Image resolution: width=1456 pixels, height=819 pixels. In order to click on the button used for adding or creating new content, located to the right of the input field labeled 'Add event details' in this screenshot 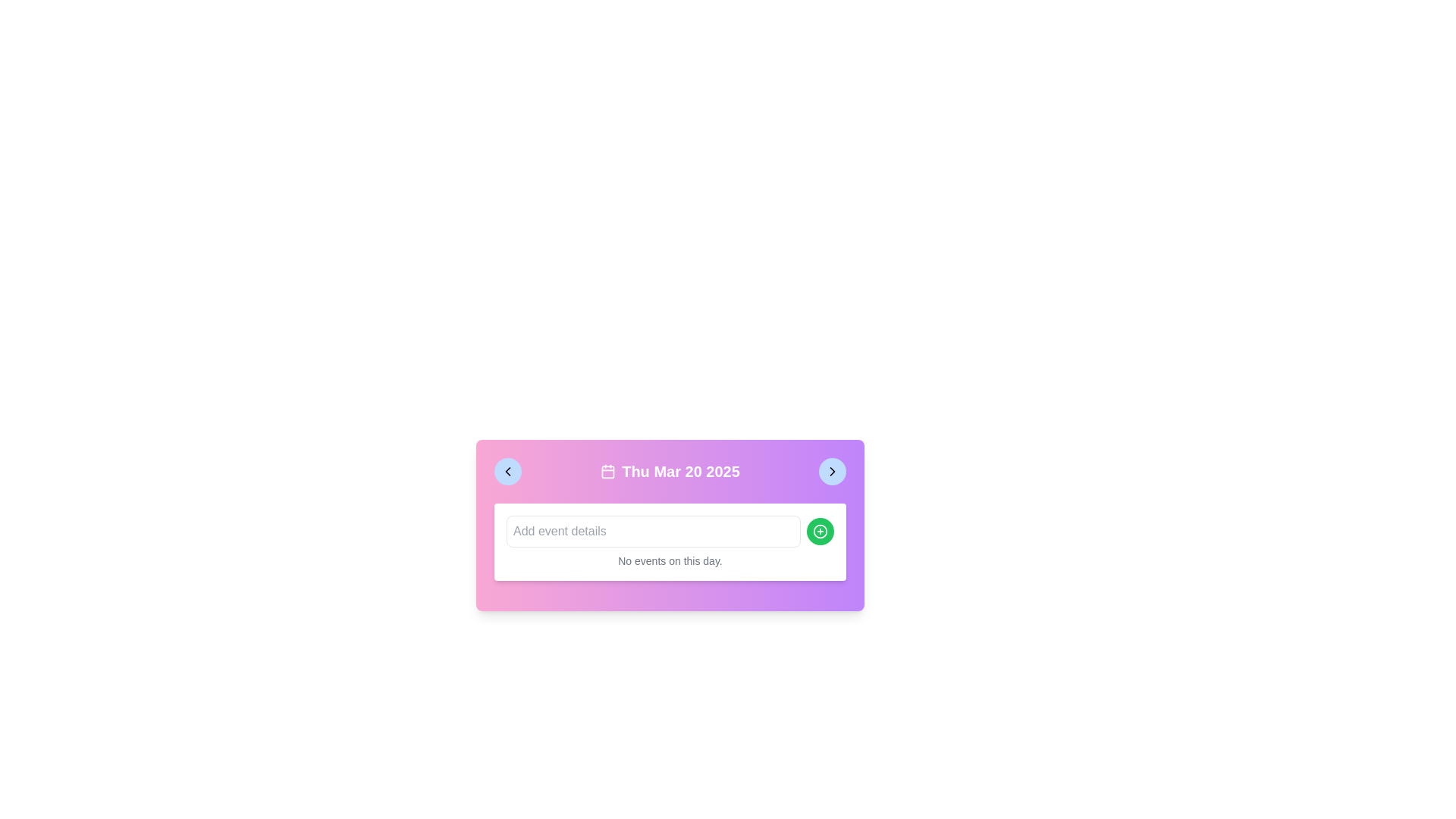, I will do `click(819, 531)`.